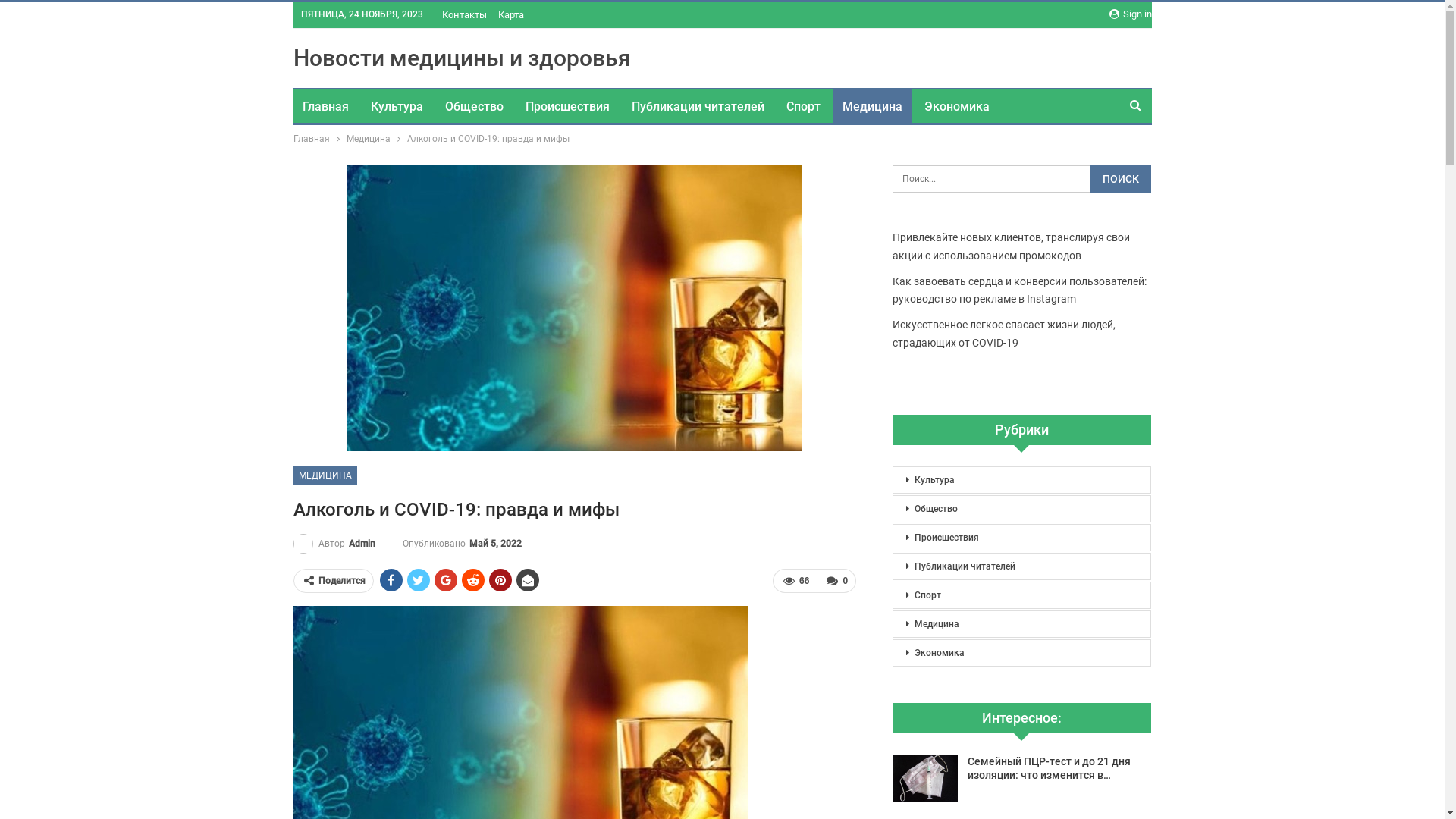 The height and width of the screenshot is (819, 1456). Describe the element at coordinates (1129, 14) in the screenshot. I see `'Sign in'` at that location.